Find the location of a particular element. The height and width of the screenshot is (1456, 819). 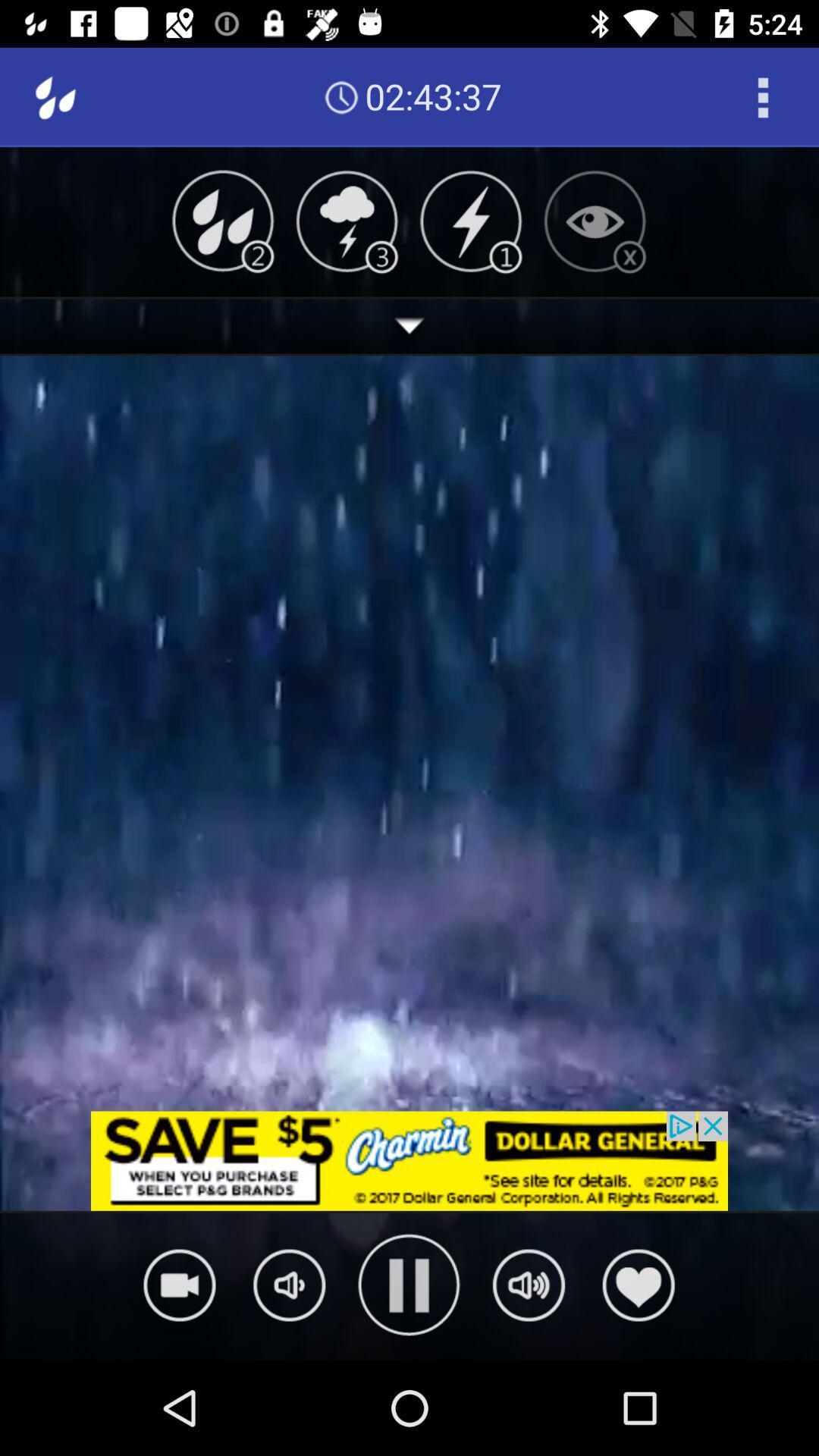

the visibility icon is located at coordinates (594, 221).